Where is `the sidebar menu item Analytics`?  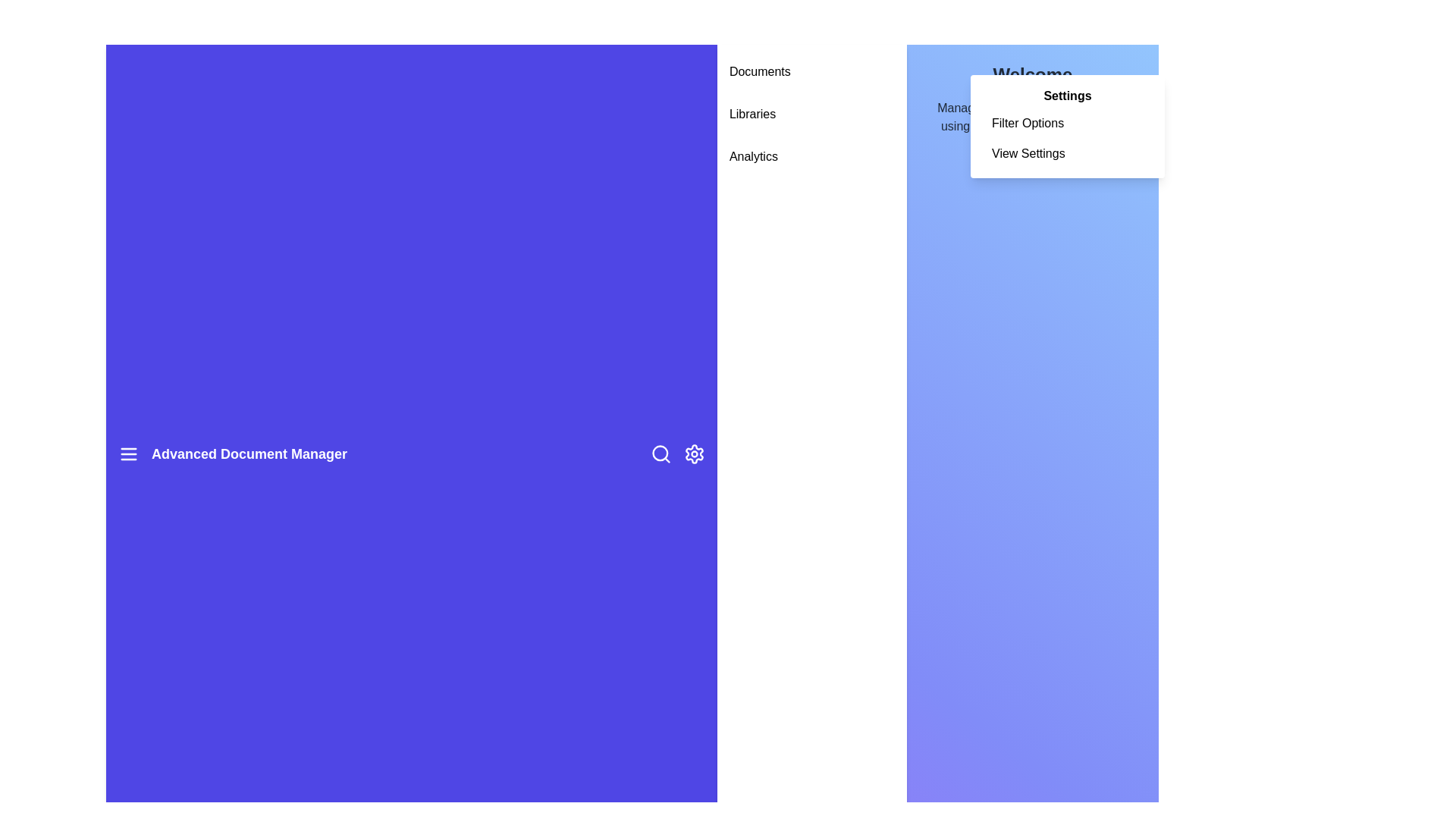
the sidebar menu item Analytics is located at coordinates (811, 157).